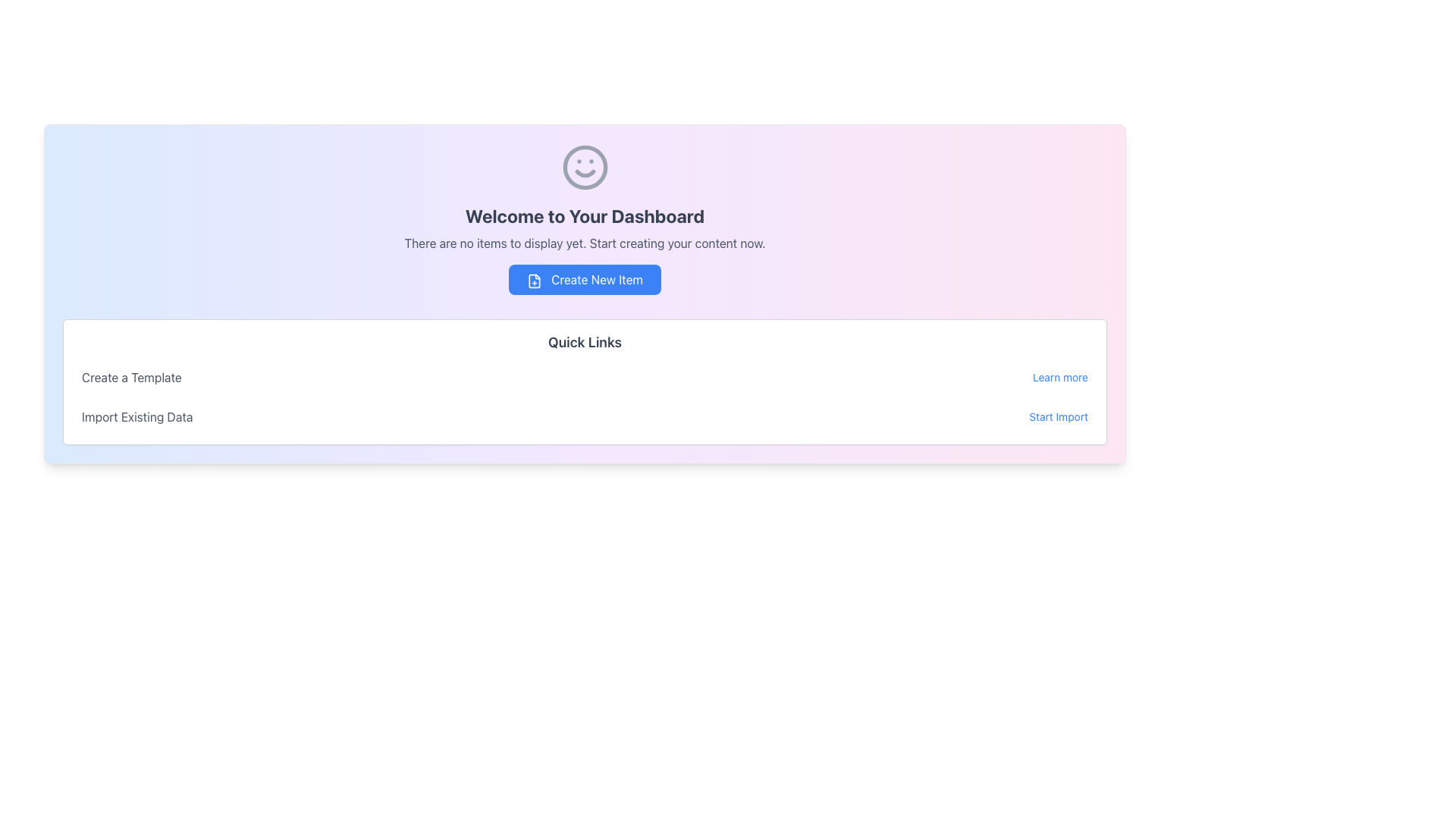 The height and width of the screenshot is (819, 1456). Describe the element at coordinates (535, 281) in the screenshot. I see `file icon element within the 'Create New Item' button for debugging purposes` at that location.